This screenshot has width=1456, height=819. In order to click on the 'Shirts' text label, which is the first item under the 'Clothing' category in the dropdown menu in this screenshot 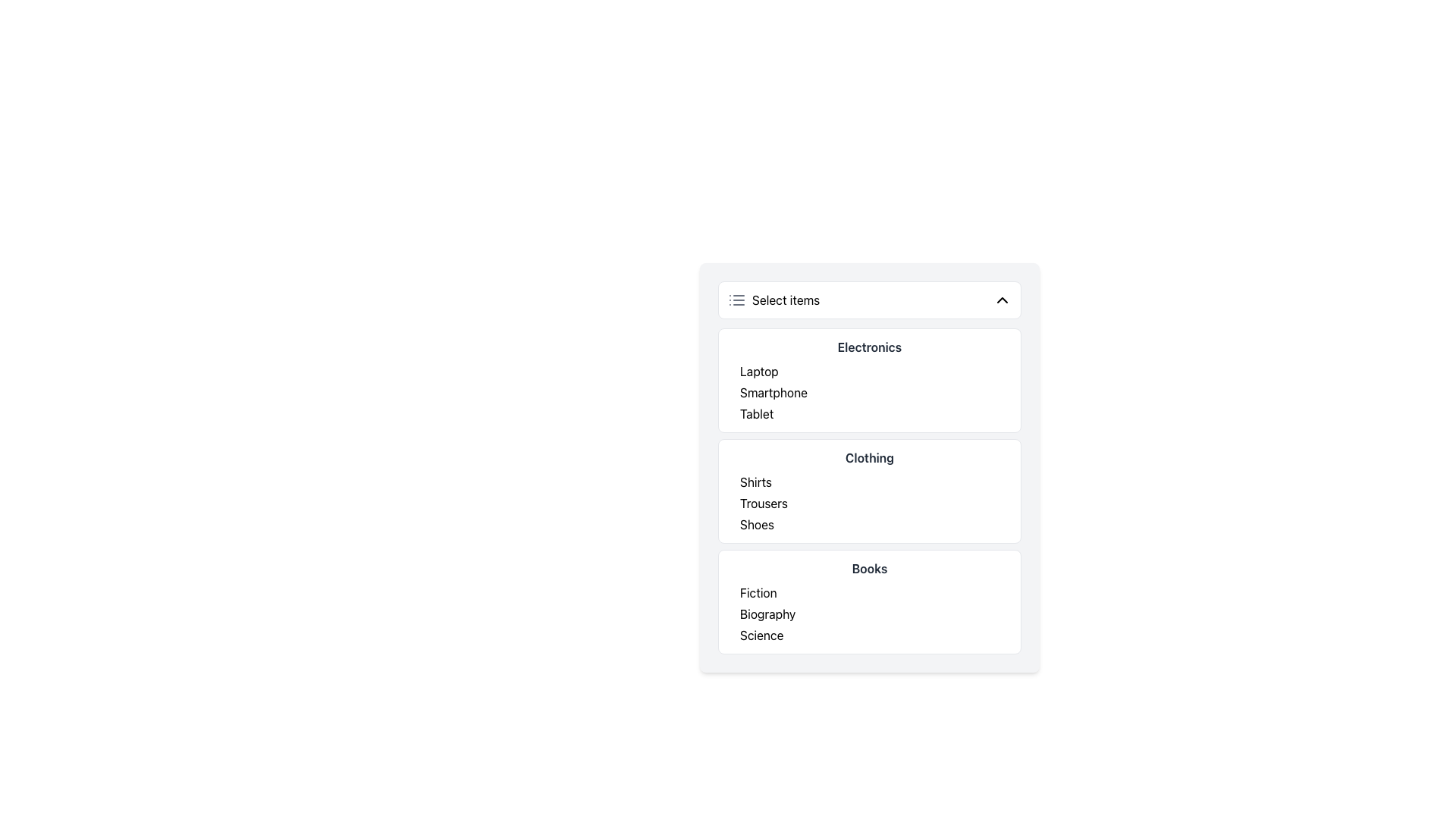, I will do `click(756, 482)`.